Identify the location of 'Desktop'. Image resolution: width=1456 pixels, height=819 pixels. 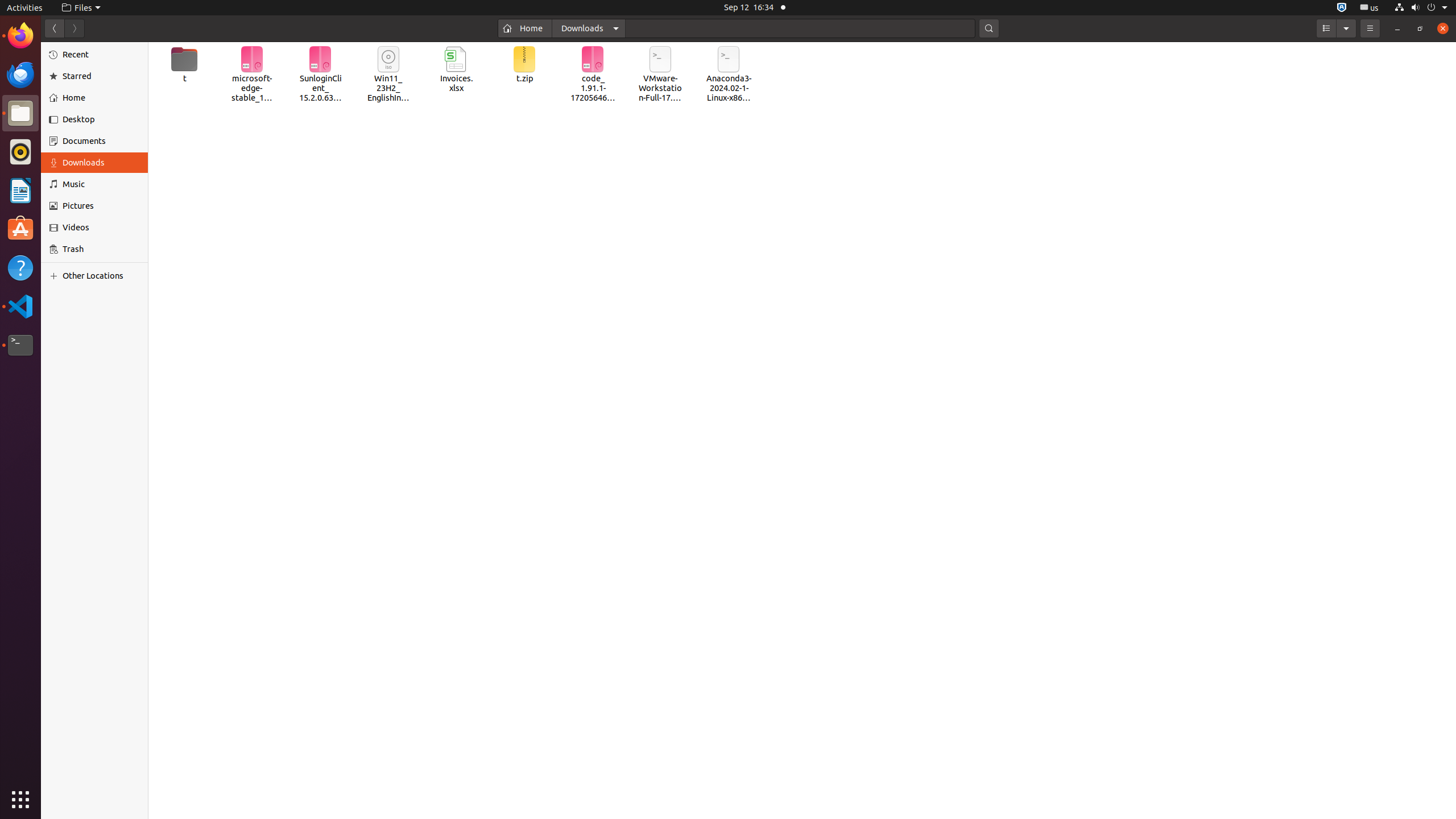
(100, 118).